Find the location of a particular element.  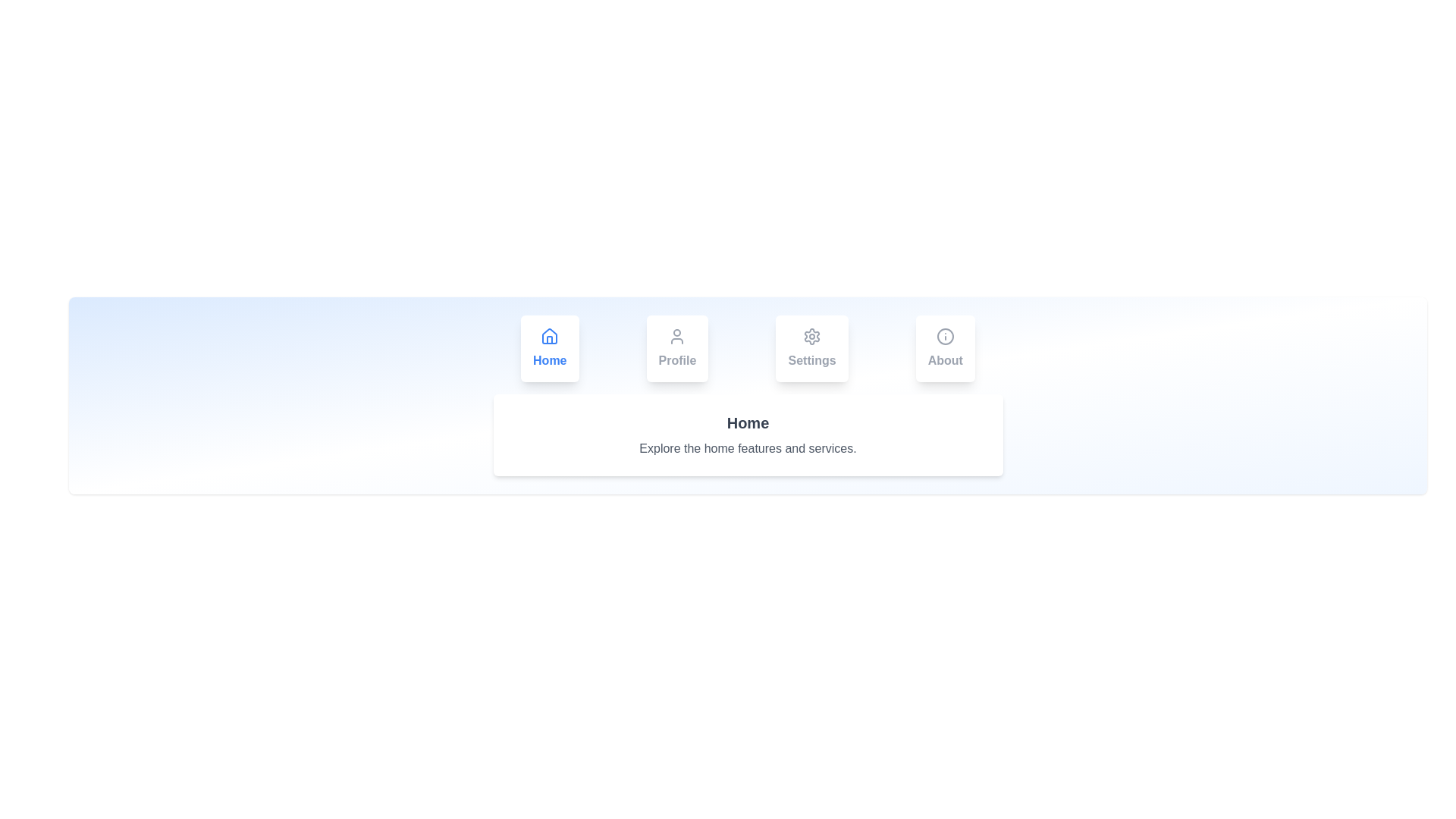

the About tab to switch content is located at coordinates (944, 348).